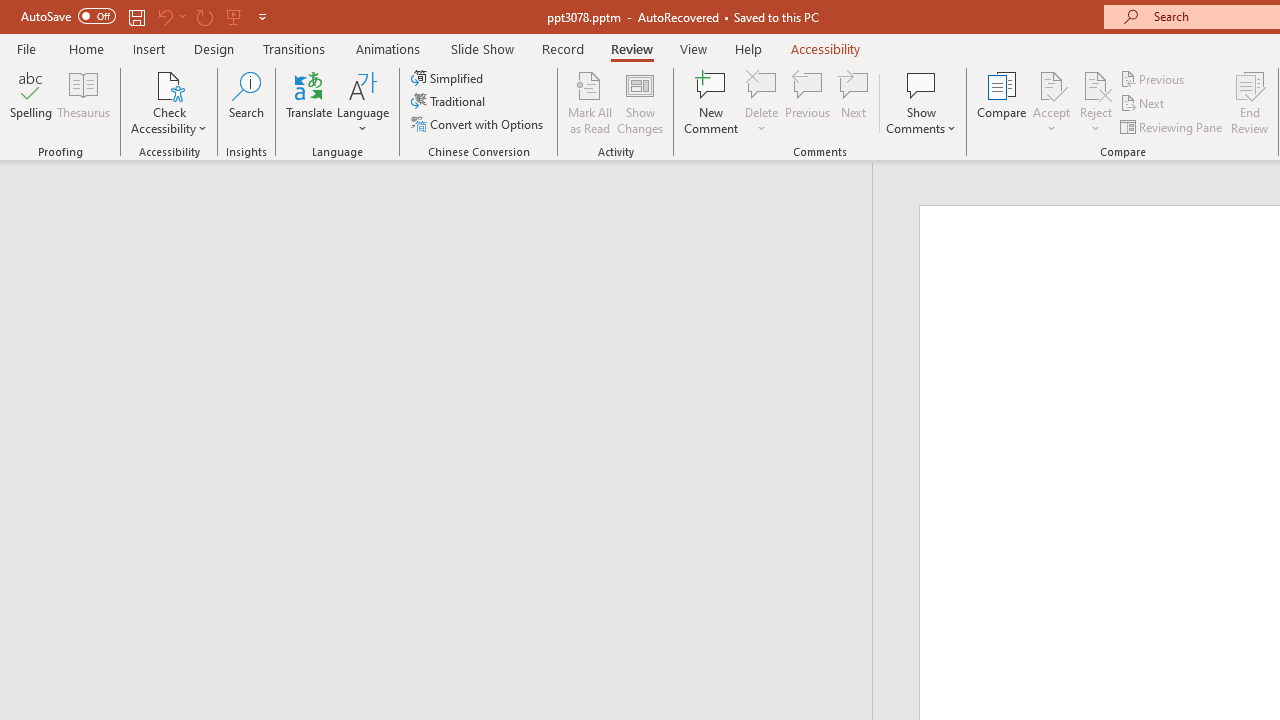 This screenshot has height=720, width=1280. Describe the element at coordinates (1153, 78) in the screenshot. I see `'Previous'` at that location.